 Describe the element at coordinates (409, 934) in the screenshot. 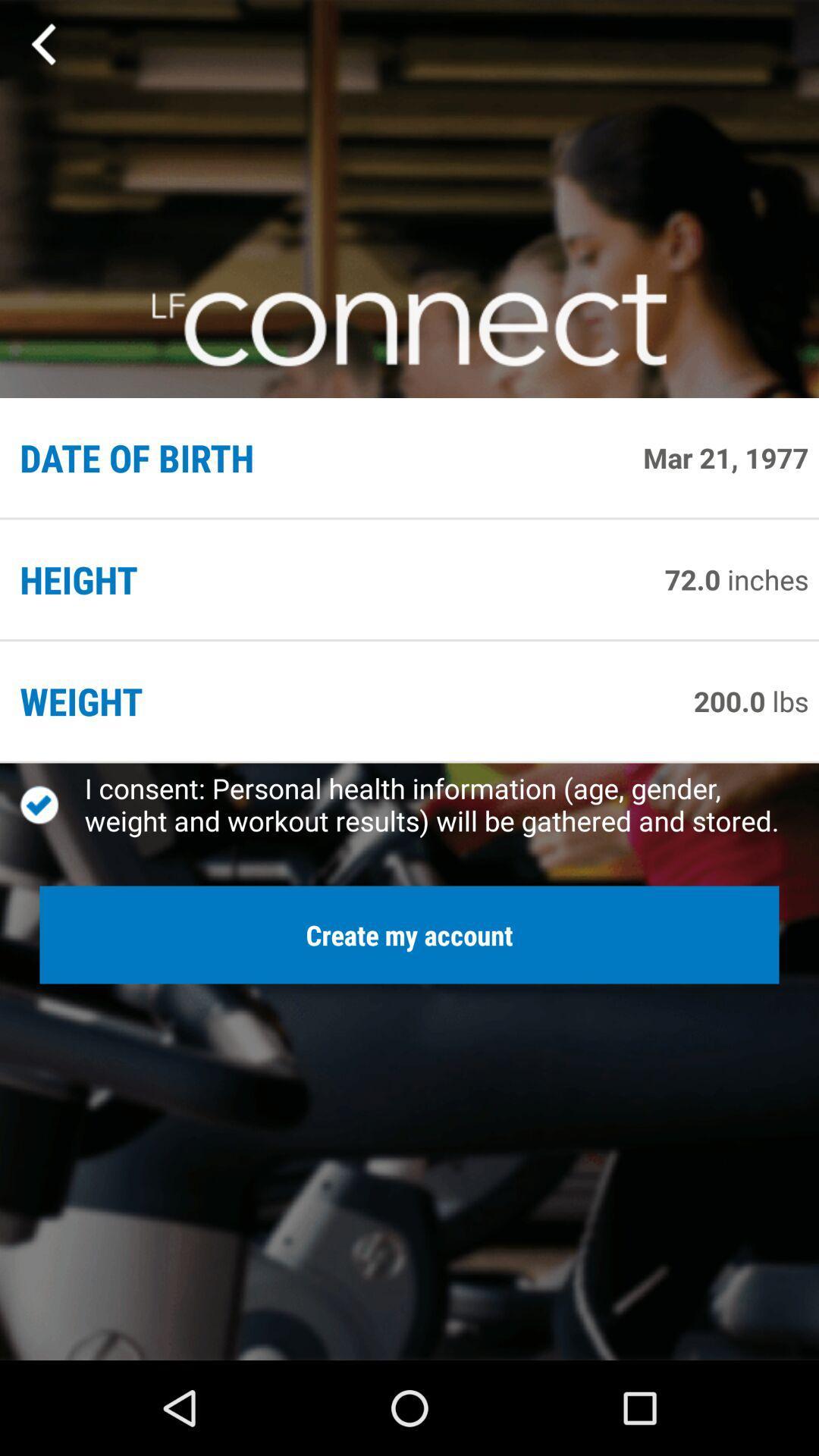

I see `the create my account item` at that location.